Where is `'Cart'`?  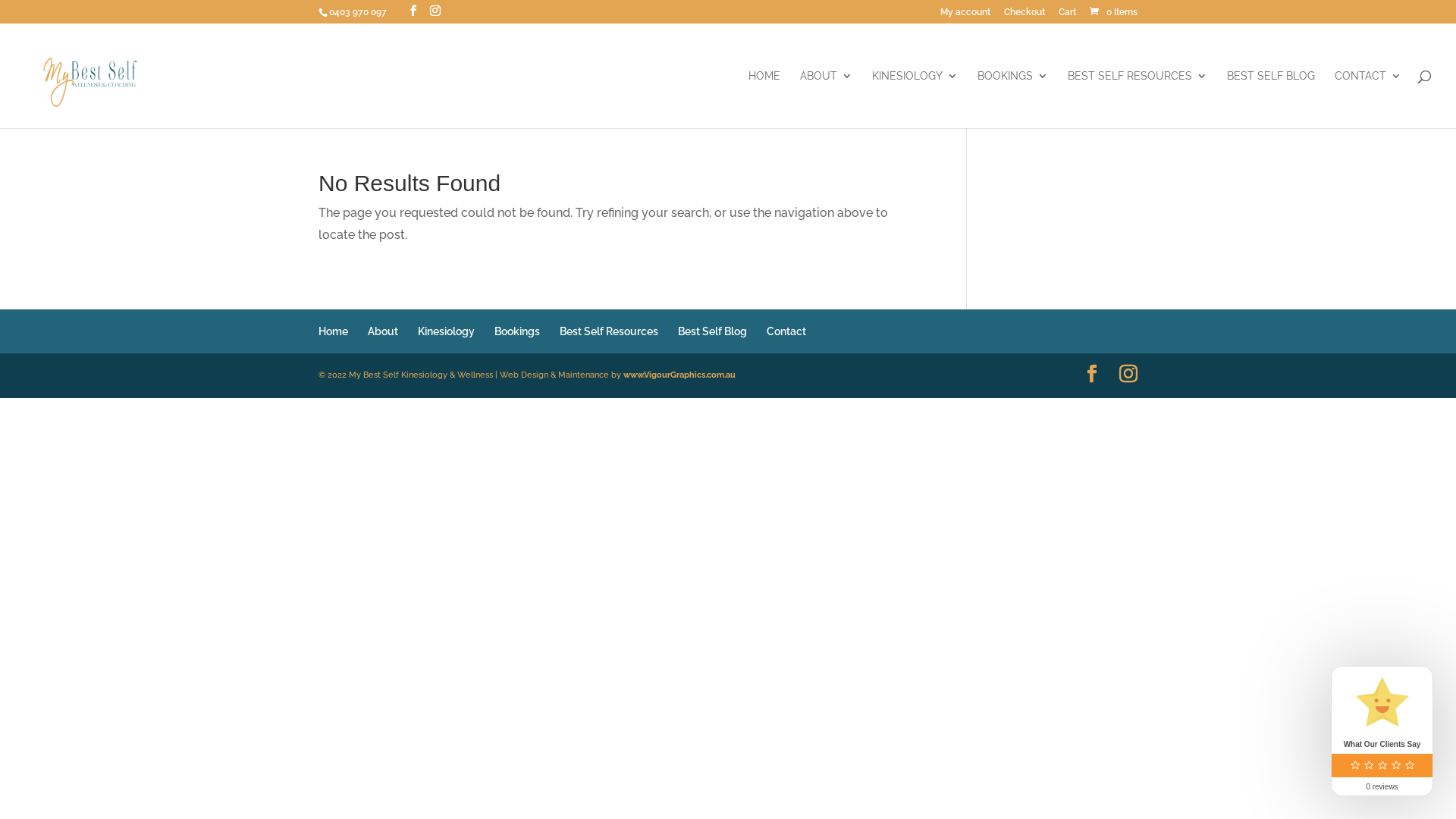
'Cart' is located at coordinates (1066, 15).